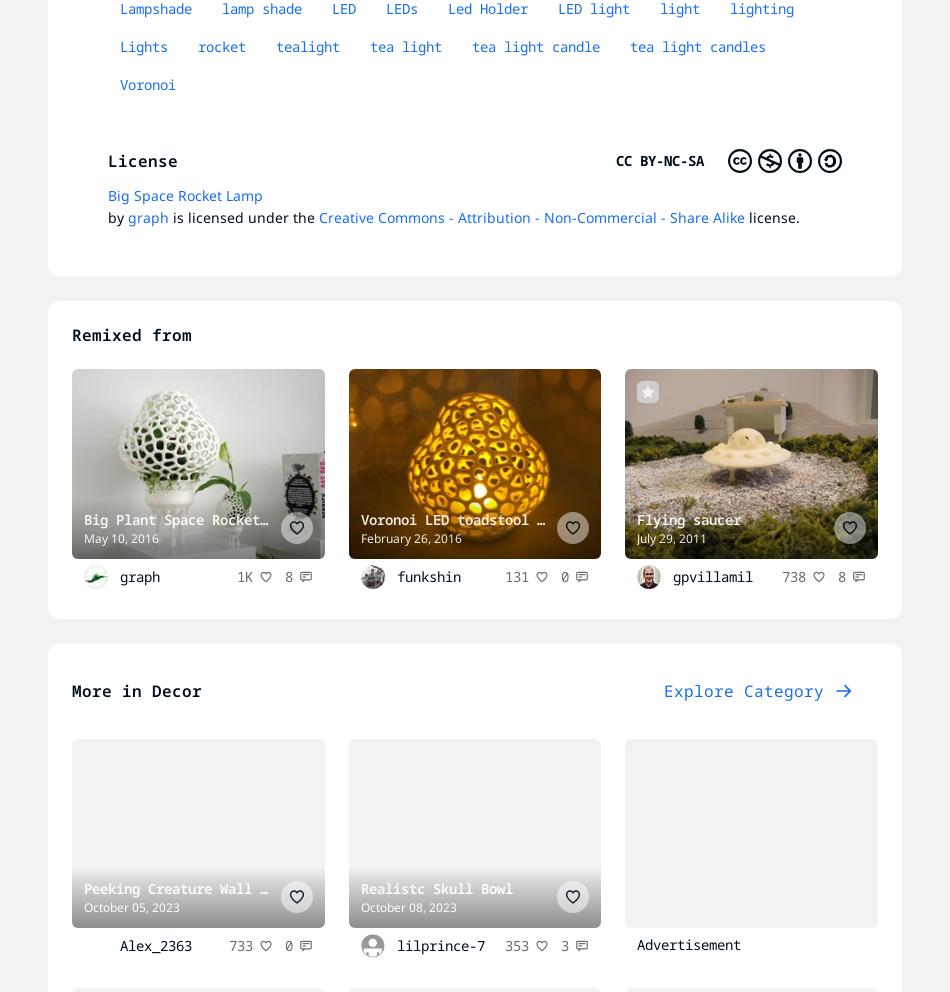 Image resolution: width=950 pixels, height=992 pixels. Describe the element at coordinates (306, 46) in the screenshot. I see `'tealight'` at that location.